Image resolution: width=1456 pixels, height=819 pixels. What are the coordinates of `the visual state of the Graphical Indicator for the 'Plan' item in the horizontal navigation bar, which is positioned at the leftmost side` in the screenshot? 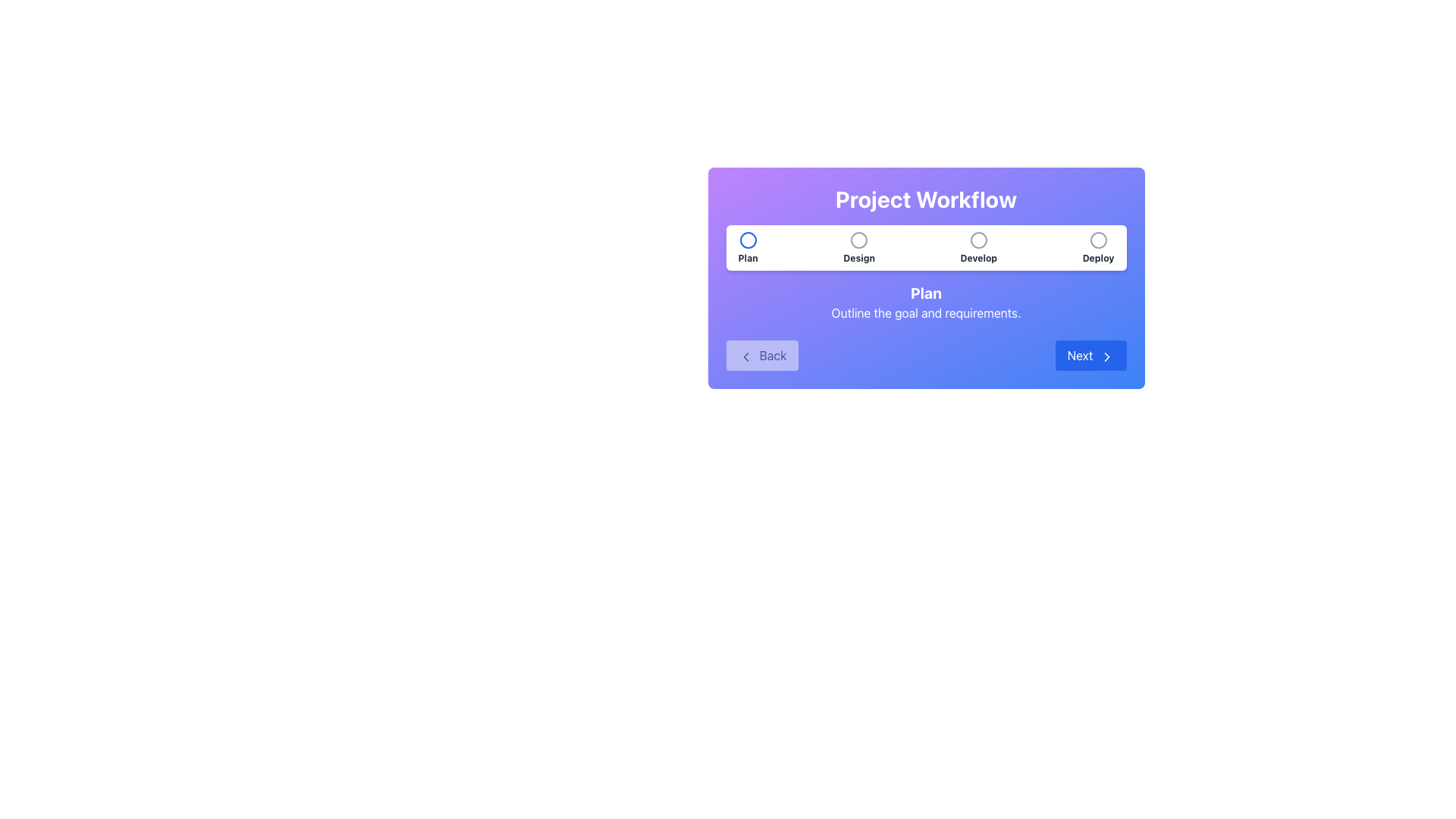 It's located at (748, 239).